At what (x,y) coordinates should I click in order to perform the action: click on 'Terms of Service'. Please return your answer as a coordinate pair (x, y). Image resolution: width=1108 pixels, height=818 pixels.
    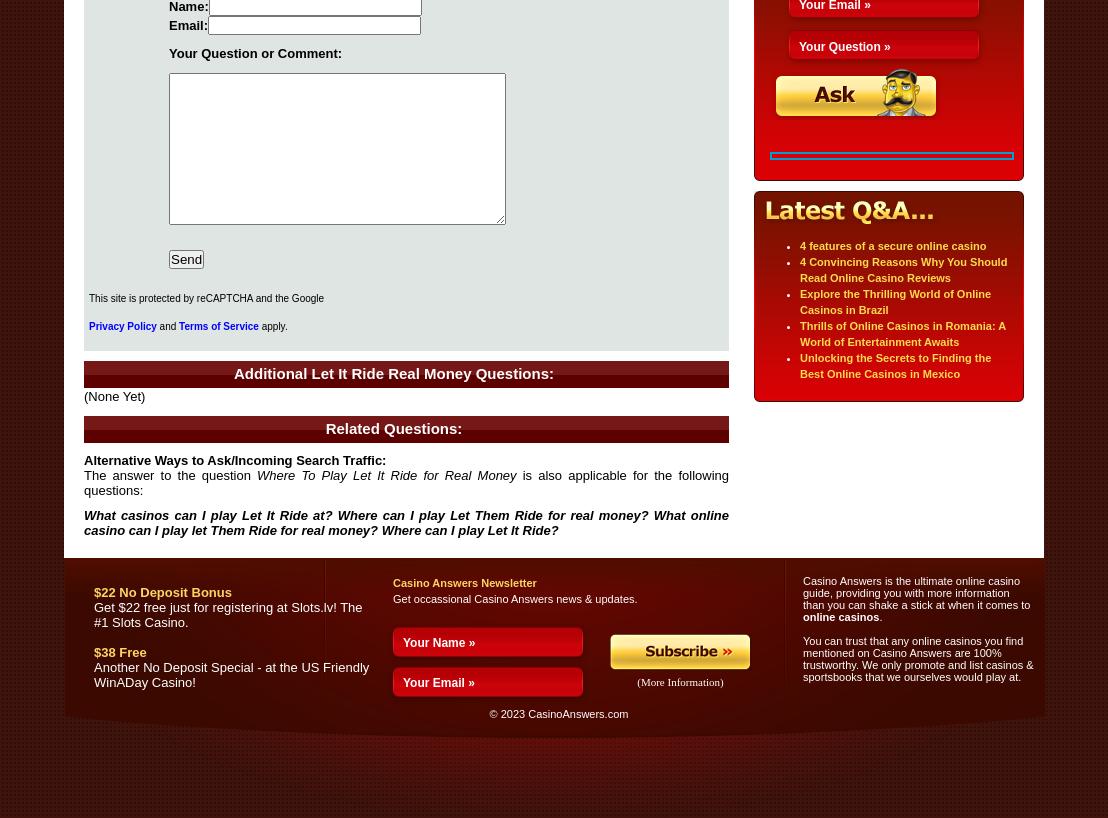
    Looking at the image, I should click on (218, 325).